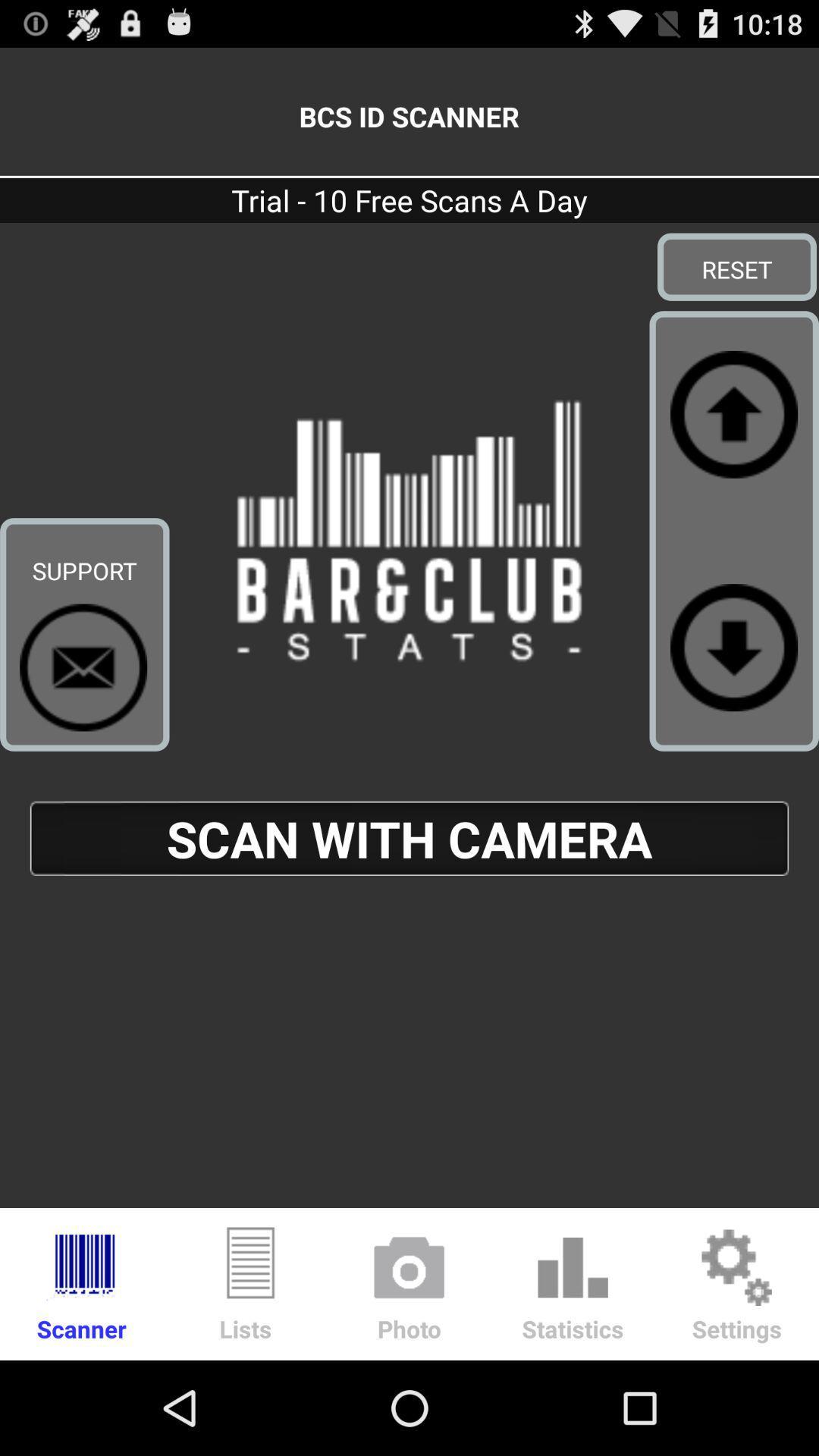  What do you see at coordinates (83, 667) in the screenshot?
I see `send message to support` at bounding box center [83, 667].